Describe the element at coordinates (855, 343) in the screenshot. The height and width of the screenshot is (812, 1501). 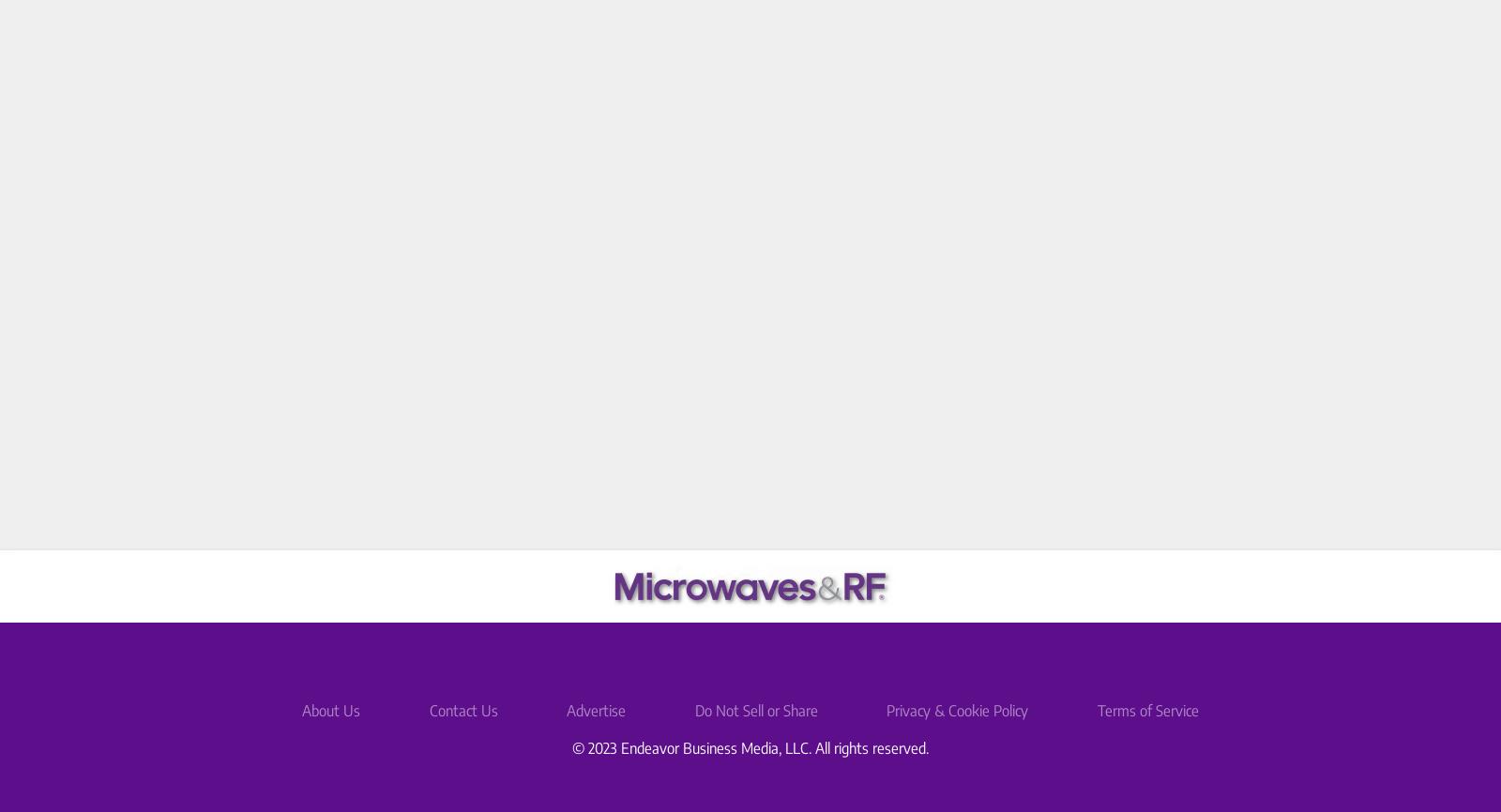
I see `'Simulation Model Considerations: Part I'` at that location.